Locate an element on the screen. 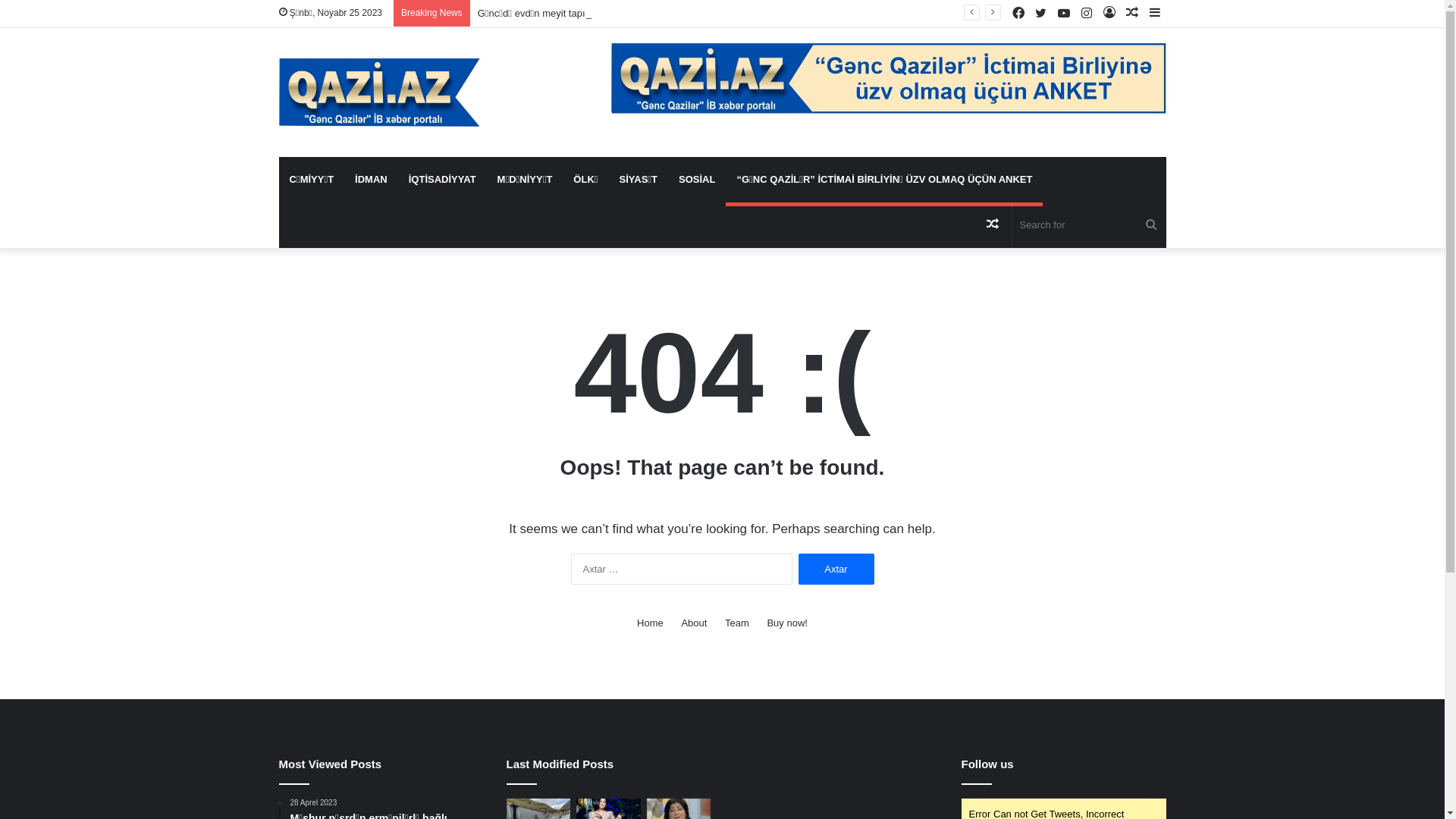  'Facebook' is located at coordinates (1007, 14).